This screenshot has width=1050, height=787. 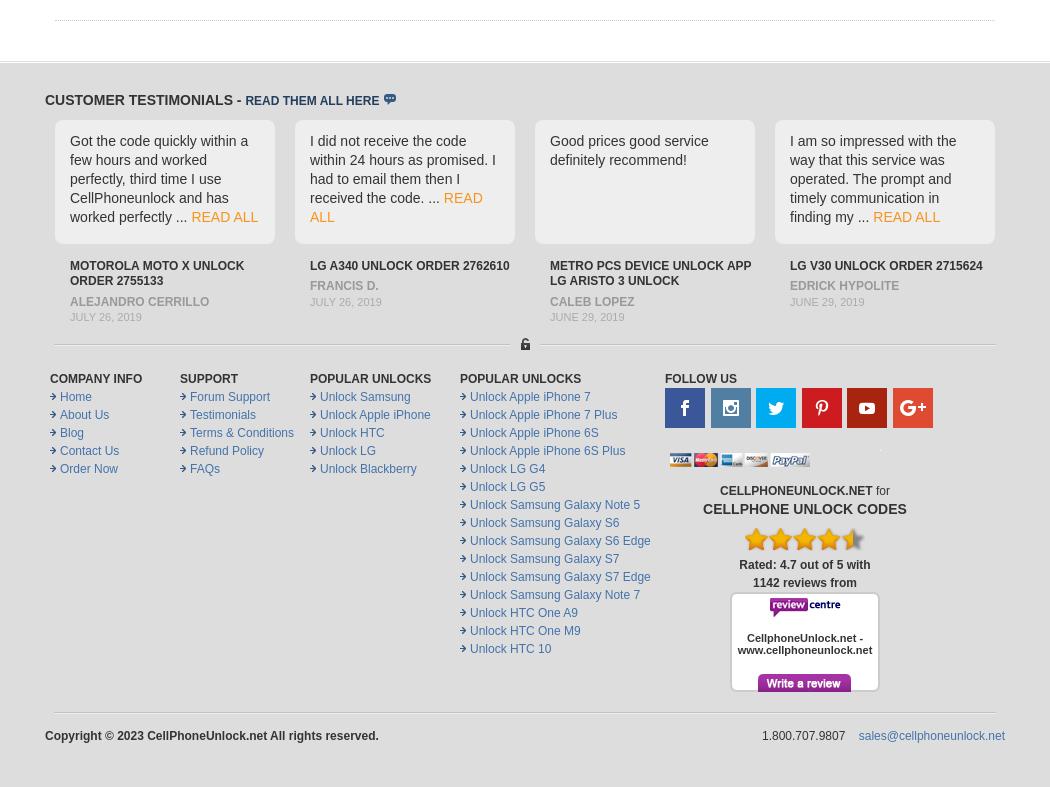 I want to click on 'FAQs', so click(x=203, y=468).